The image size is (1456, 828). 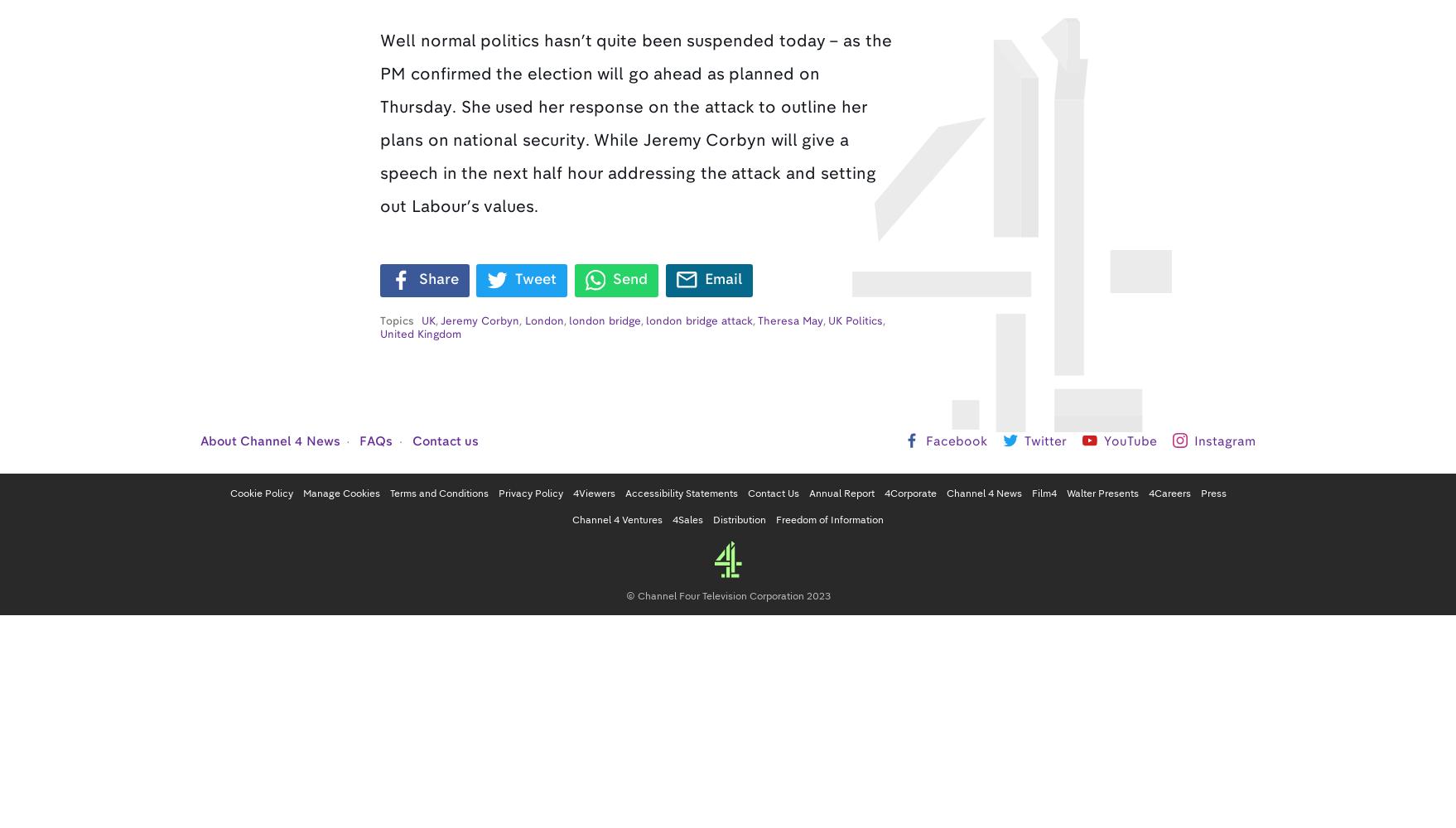 I want to click on 'Distribution', so click(x=740, y=519).